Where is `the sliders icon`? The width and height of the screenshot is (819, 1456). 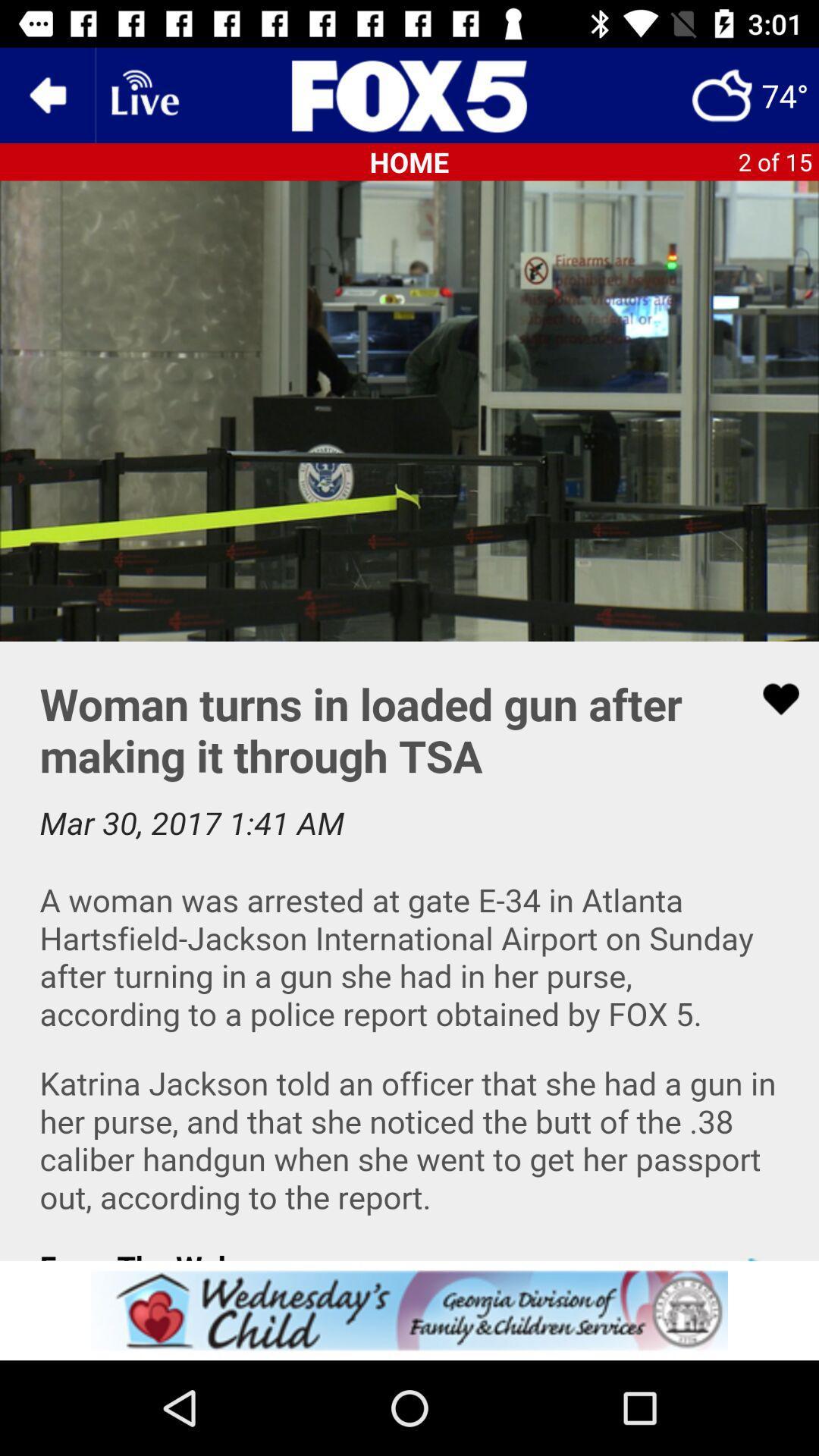
the sliders icon is located at coordinates (409, 94).